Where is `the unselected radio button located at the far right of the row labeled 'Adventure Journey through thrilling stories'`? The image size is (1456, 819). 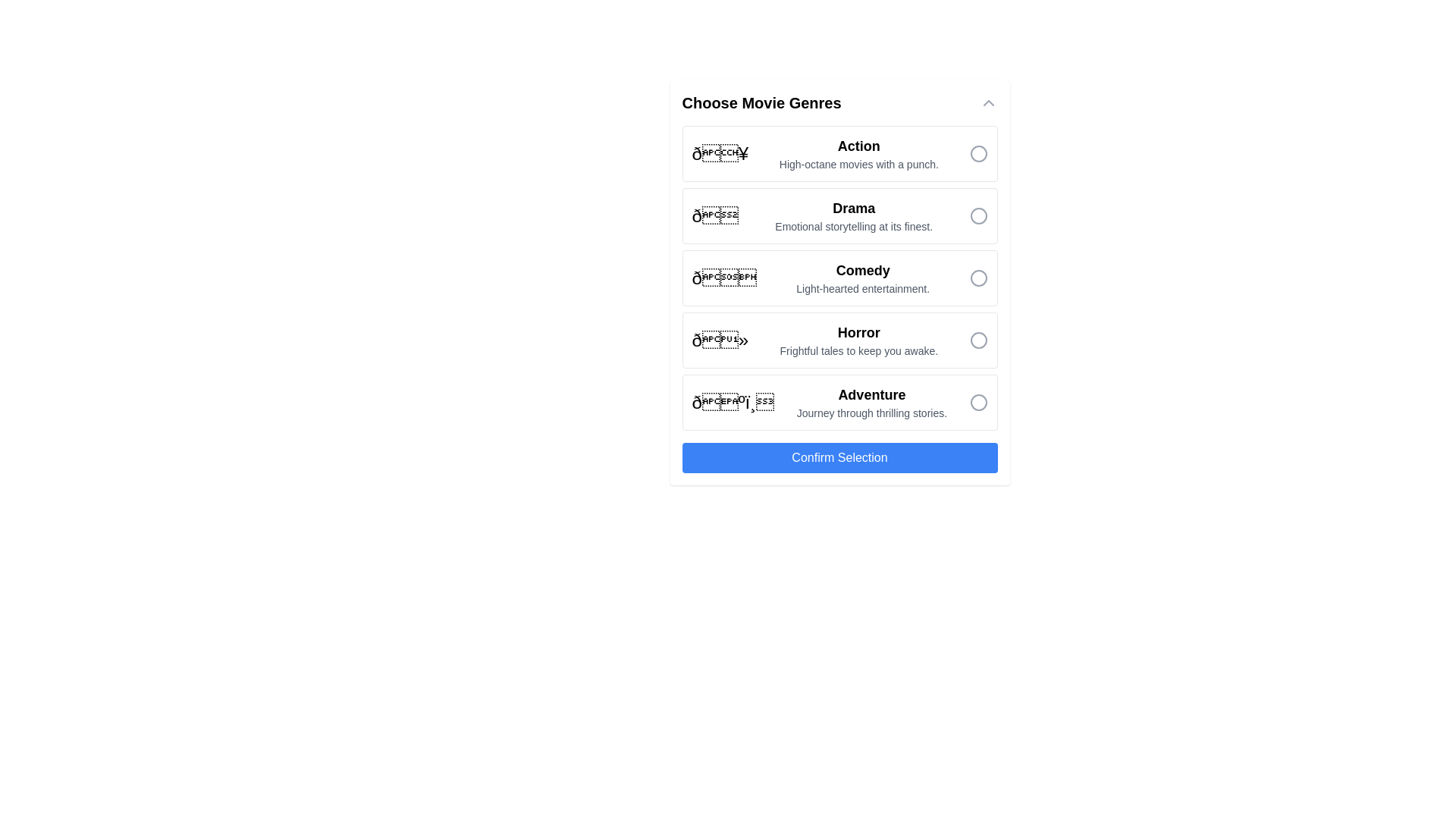 the unselected radio button located at the far right of the row labeled 'Adventure Journey through thrilling stories' is located at coordinates (978, 402).